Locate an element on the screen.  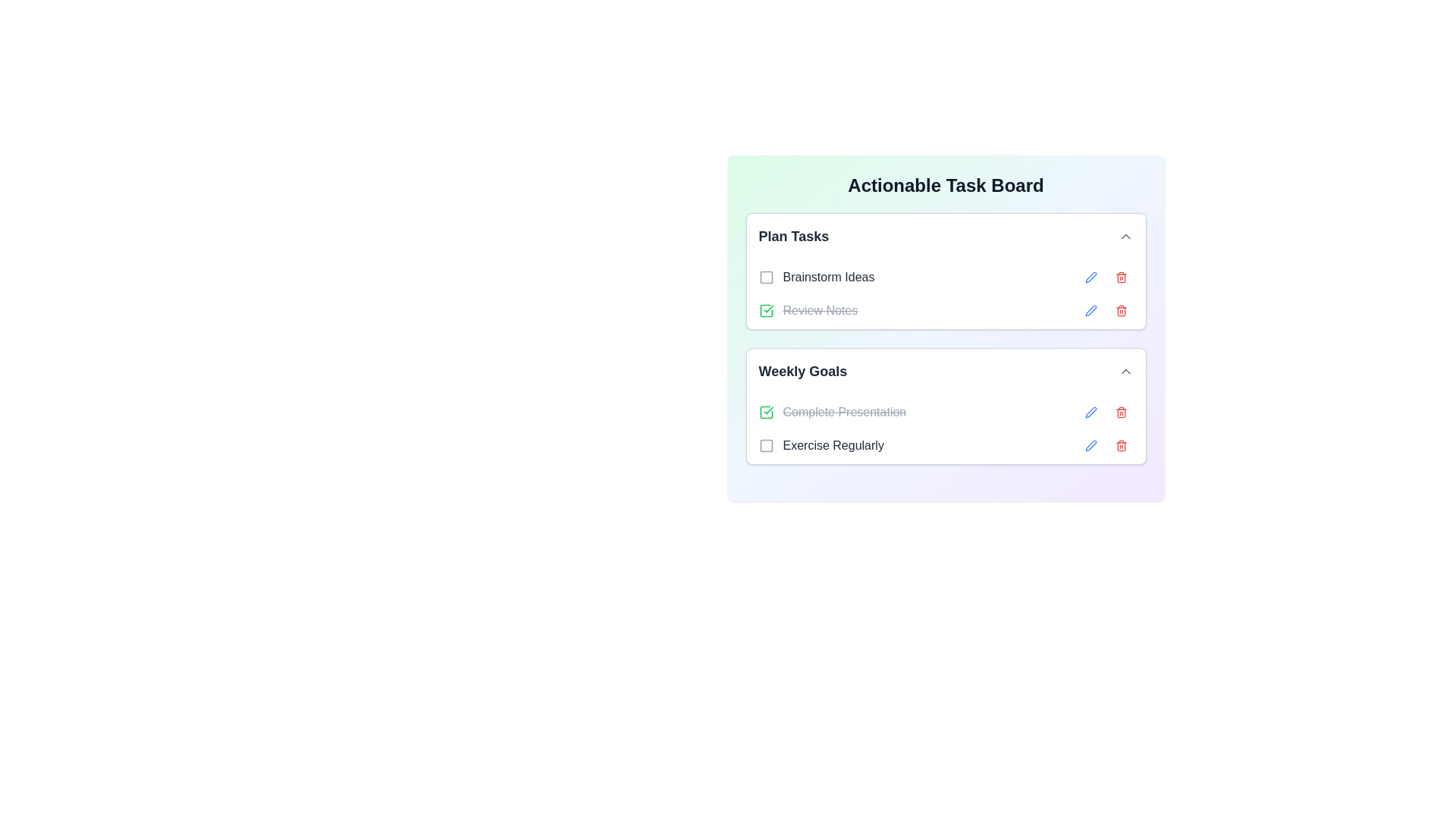
the visual indicator icon located in the 'Weekly Goals' section, positioned to the left of the 'Exercise Regularly' task description is located at coordinates (766, 444).